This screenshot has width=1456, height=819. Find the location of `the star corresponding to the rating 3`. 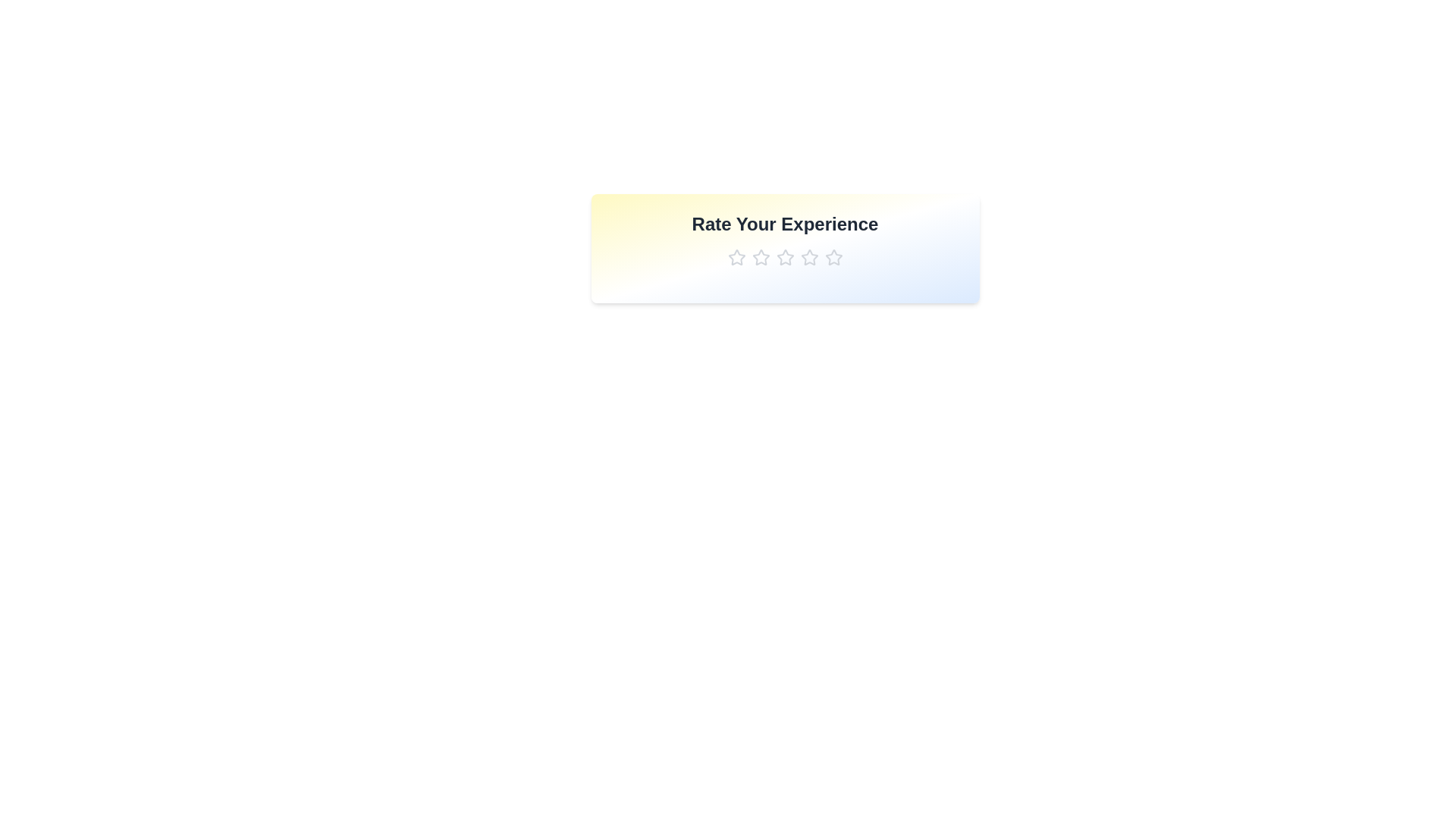

the star corresponding to the rating 3 is located at coordinates (785, 256).